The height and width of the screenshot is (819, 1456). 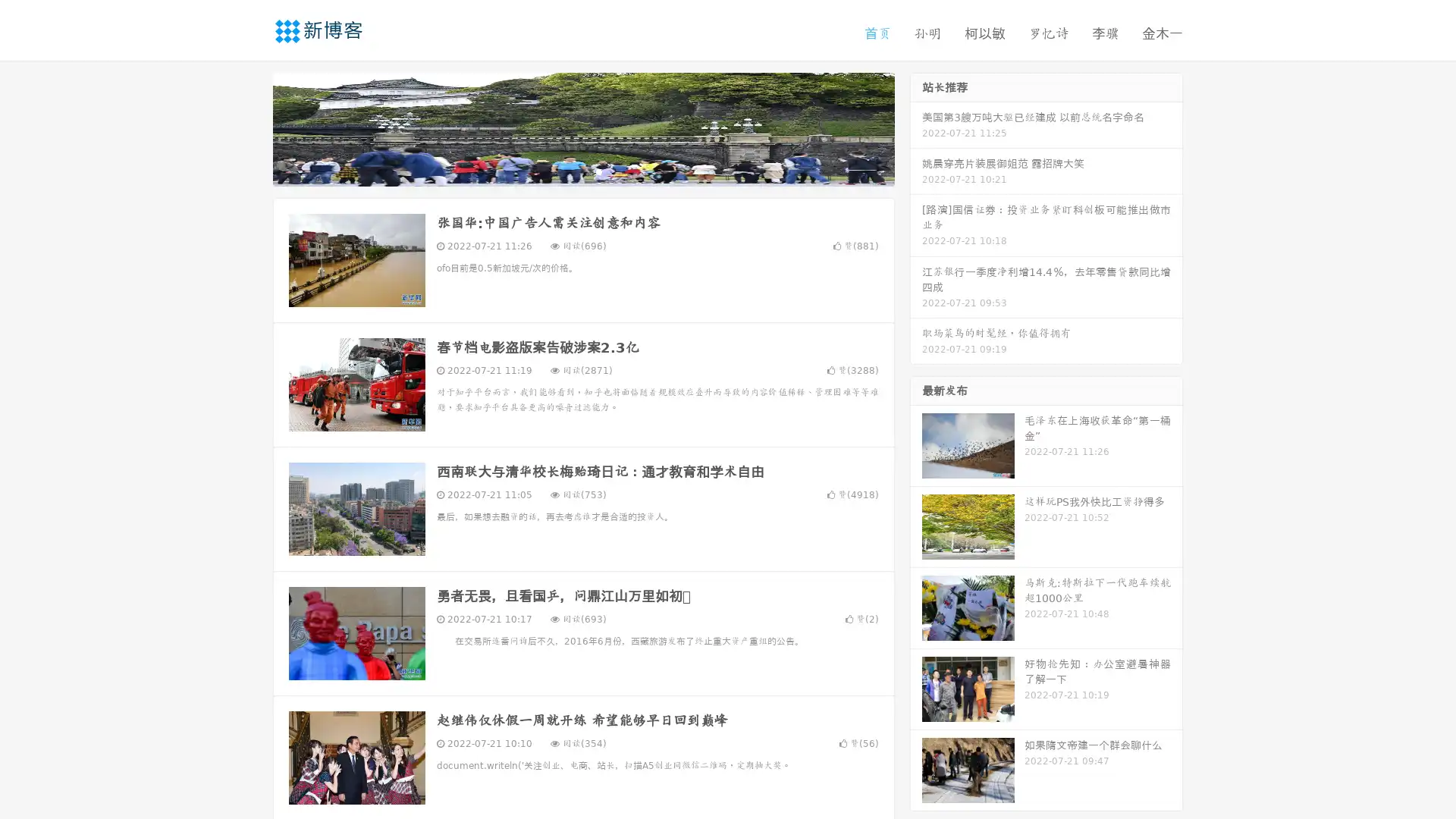 What do you see at coordinates (567, 171) in the screenshot?
I see `Go to slide 1` at bounding box center [567, 171].